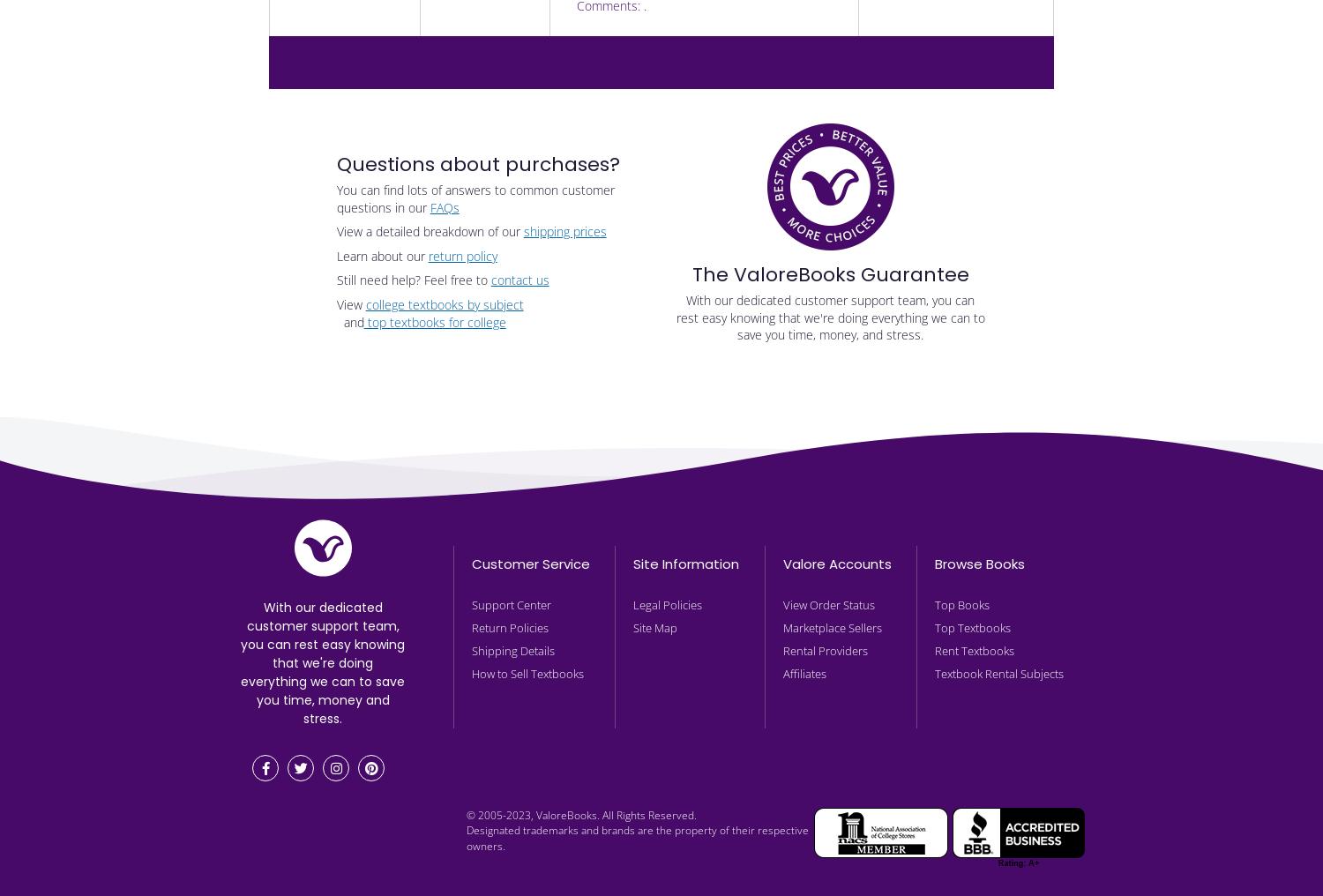 The height and width of the screenshot is (896, 1323). Describe the element at coordinates (349, 321) in the screenshot. I see `'and'` at that location.